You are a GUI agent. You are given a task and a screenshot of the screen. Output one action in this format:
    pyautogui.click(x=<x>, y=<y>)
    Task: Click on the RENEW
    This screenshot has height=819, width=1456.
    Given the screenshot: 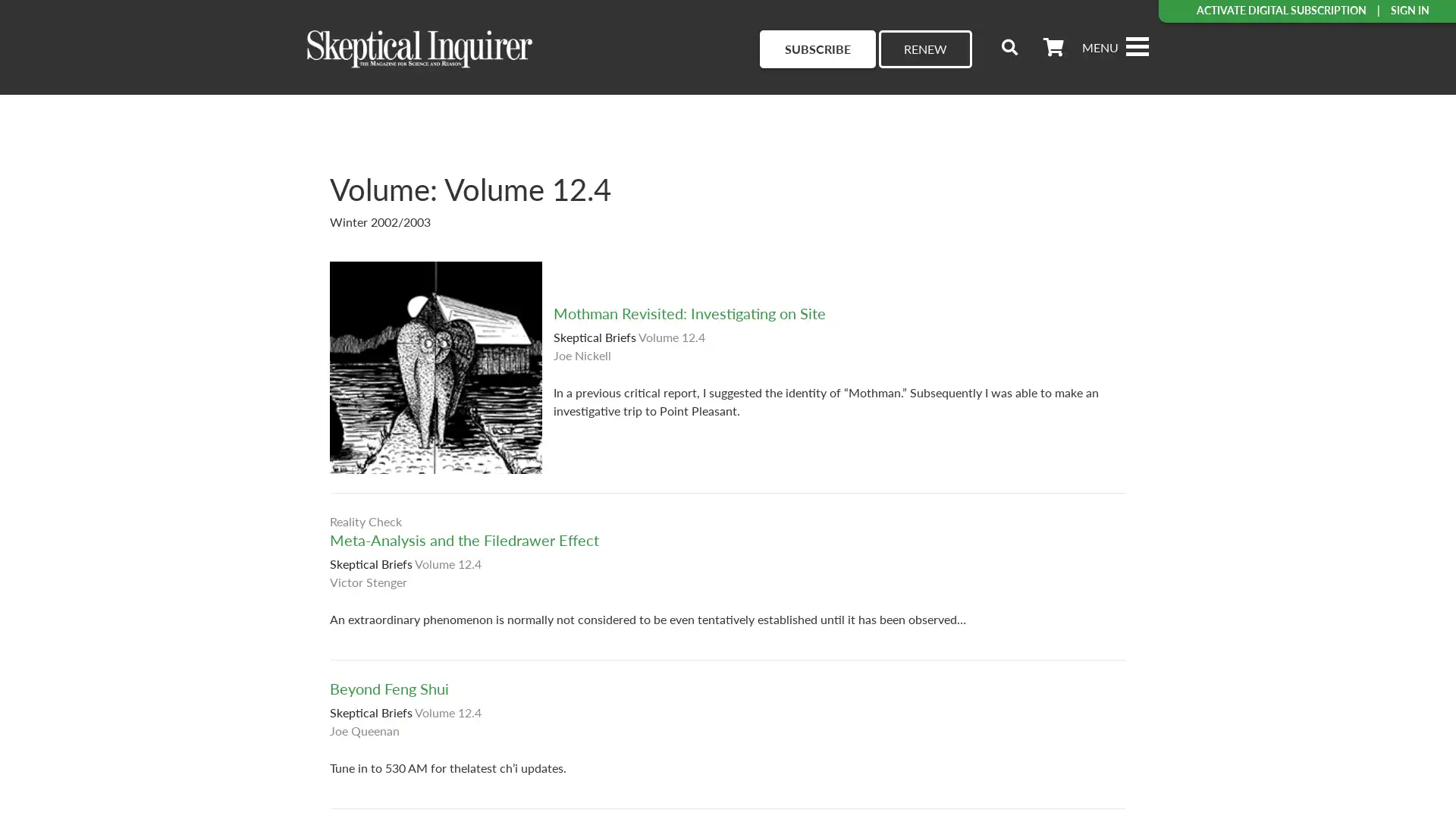 What is the action you would take?
    pyautogui.click(x=924, y=49)
    